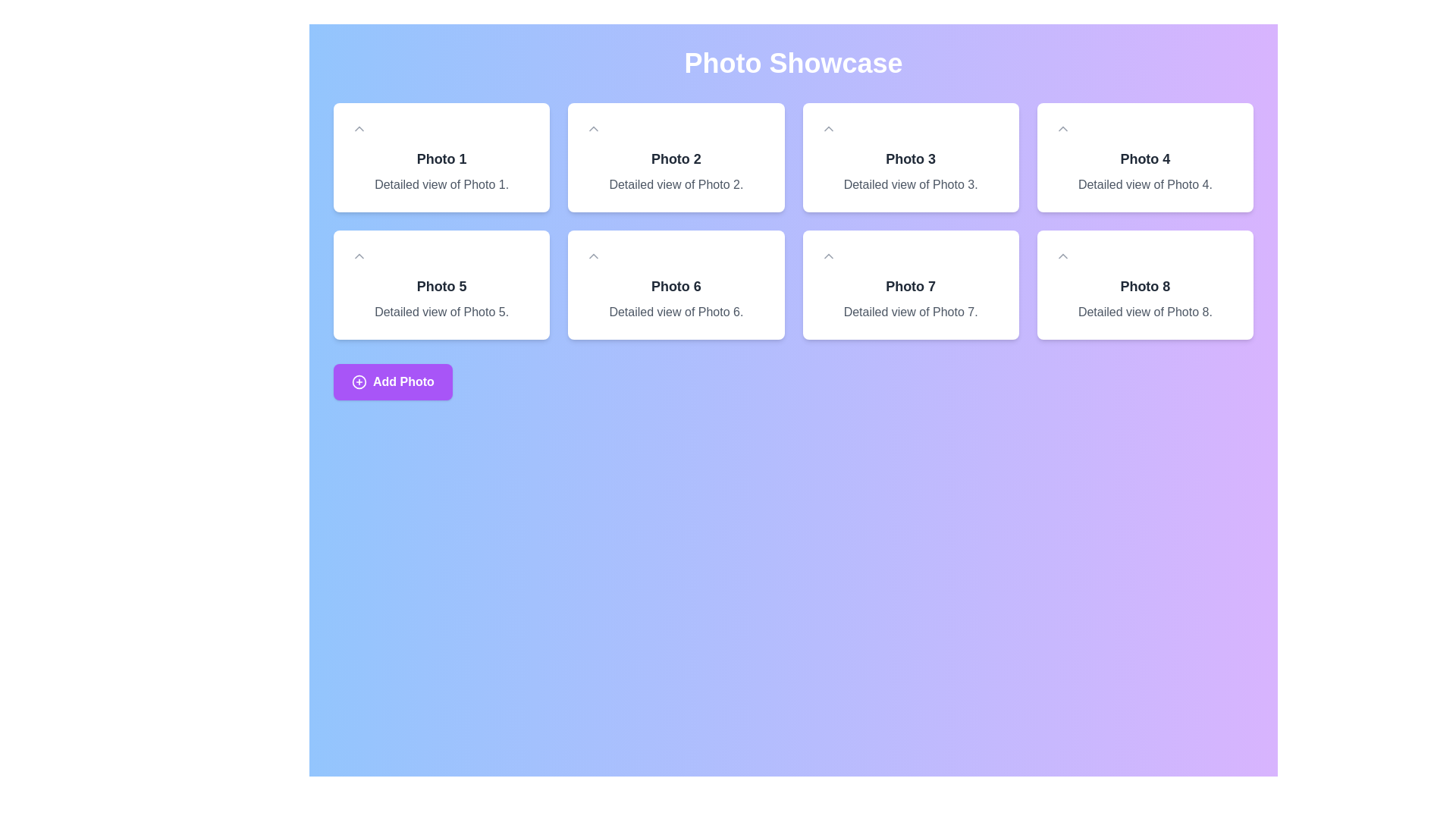  What do you see at coordinates (910, 184) in the screenshot?
I see `the textual label that says 'Detailed view of Photo 3' located at the bottom of the card for 'Photo 3', which is styled in gray text color` at bounding box center [910, 184].